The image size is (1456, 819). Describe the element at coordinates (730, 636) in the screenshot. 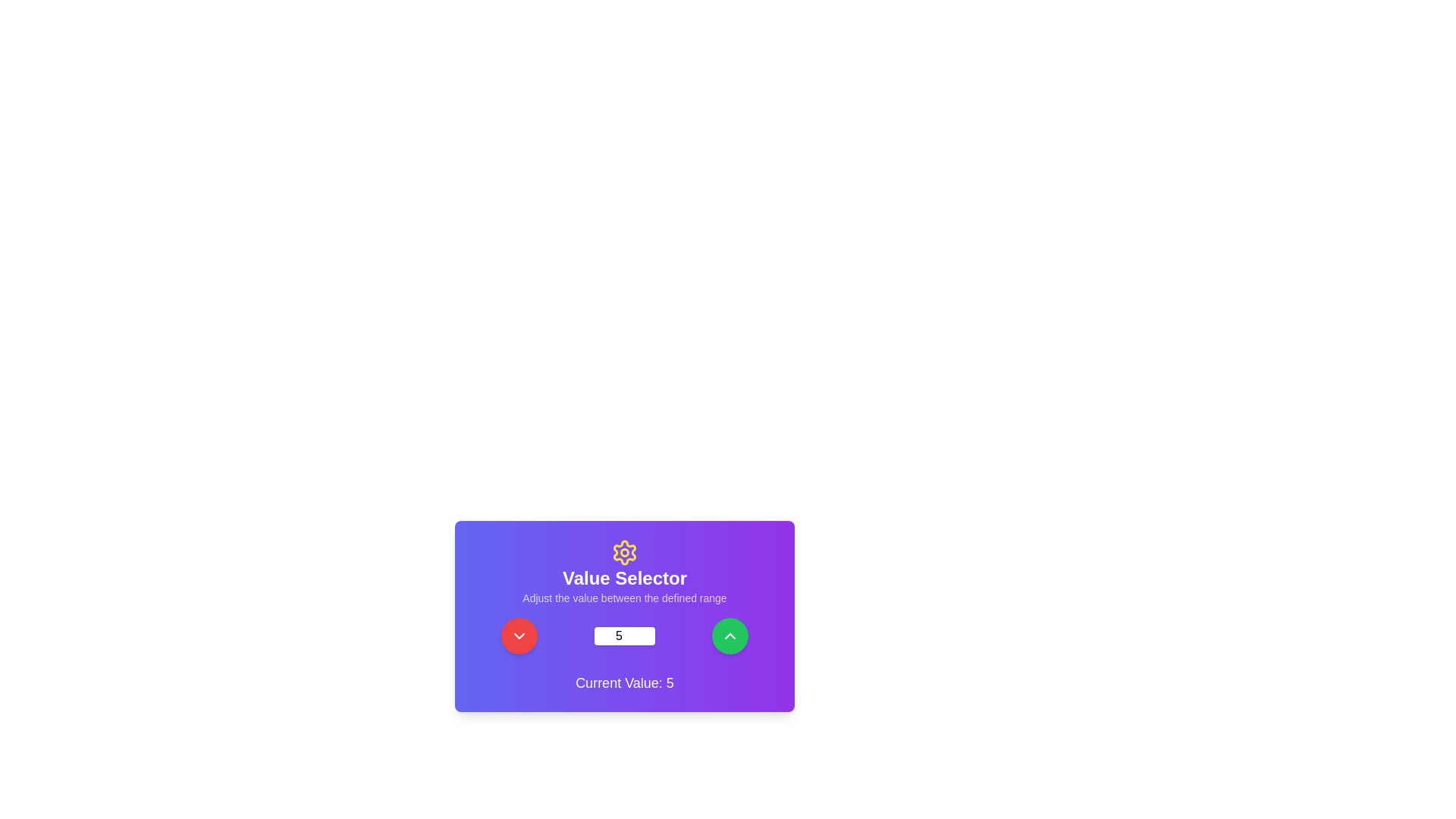

I see `the green button located on the right side of the number input field to increment the current numeric value by one unit` at that location.